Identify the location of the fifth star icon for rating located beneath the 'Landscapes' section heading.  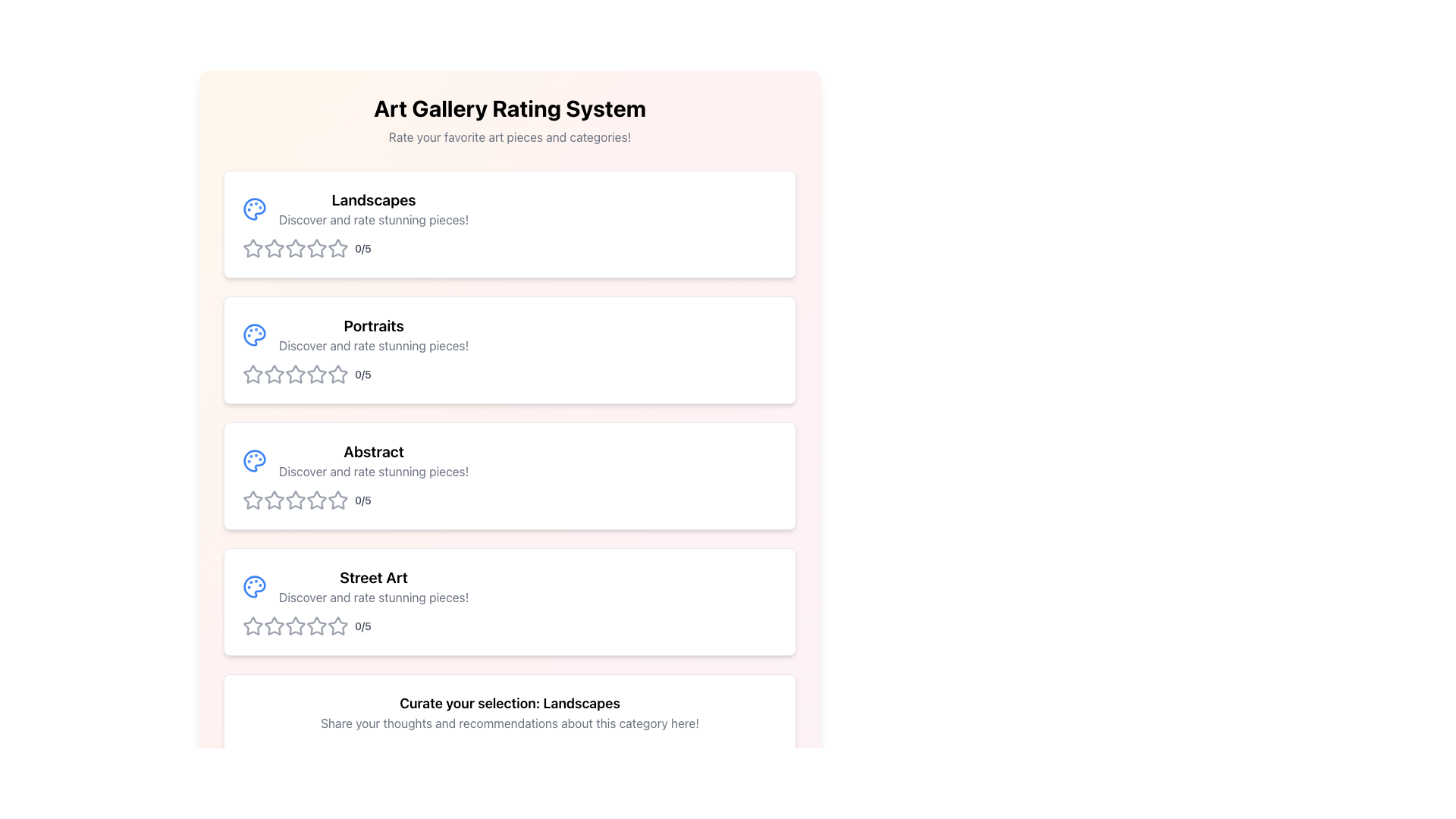
(315, 247).